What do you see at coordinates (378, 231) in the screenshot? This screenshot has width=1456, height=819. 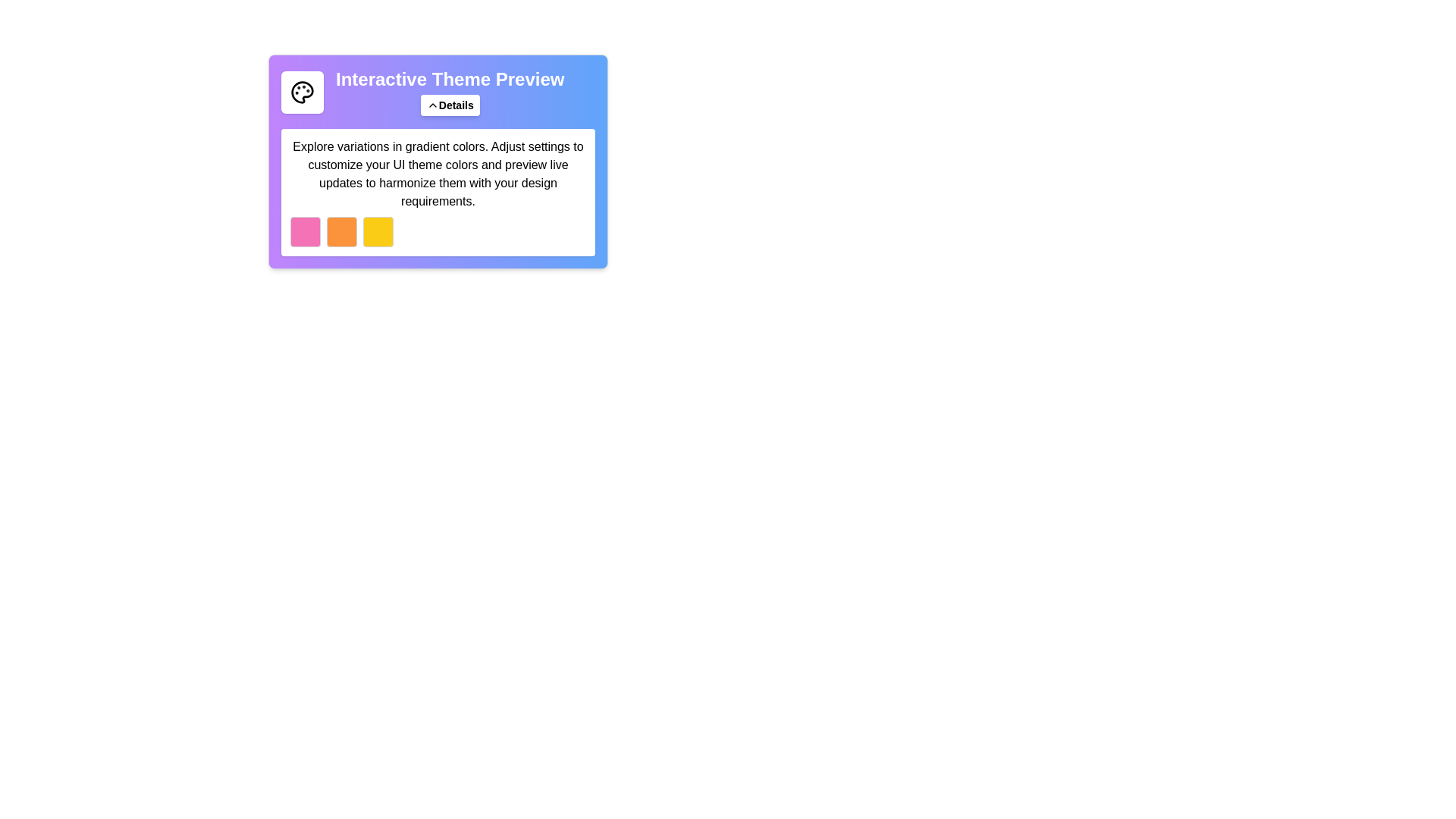 I see `the button with a yellow background and gray border, which is the third element in a row of three similar buttons` at bounding box center [378, 231].